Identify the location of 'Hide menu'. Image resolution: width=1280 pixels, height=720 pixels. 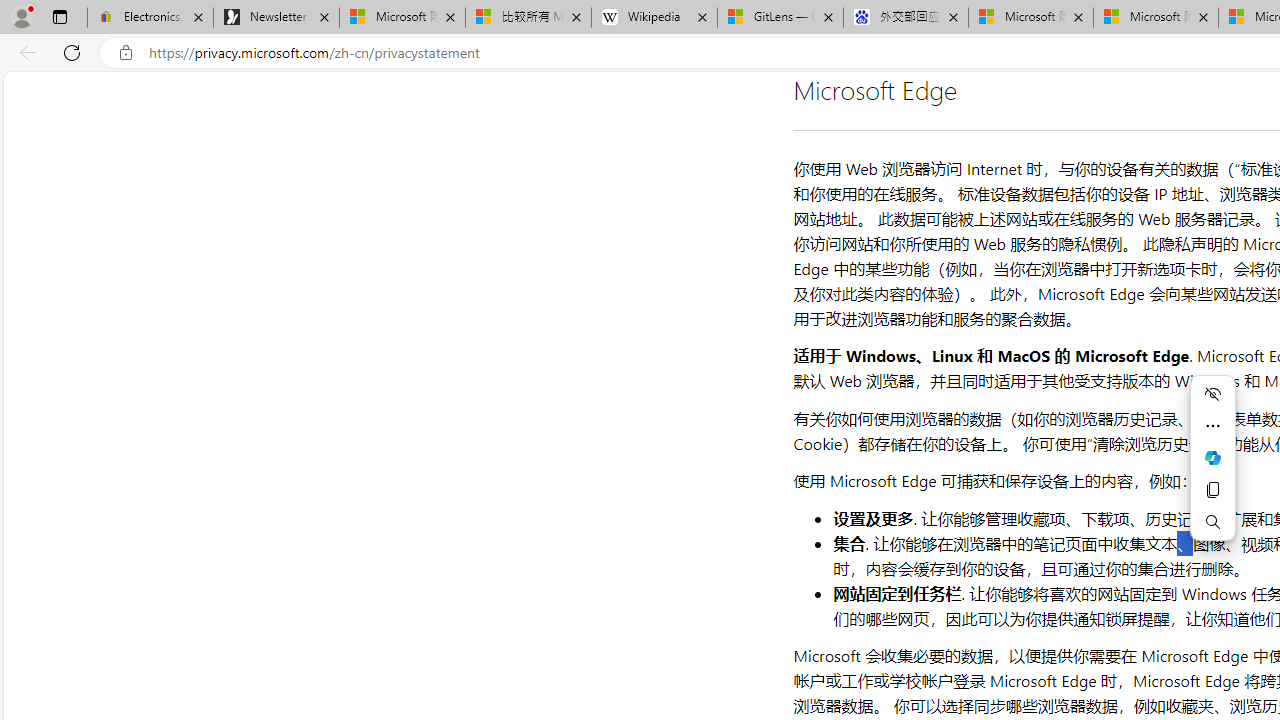
(1211, 393).